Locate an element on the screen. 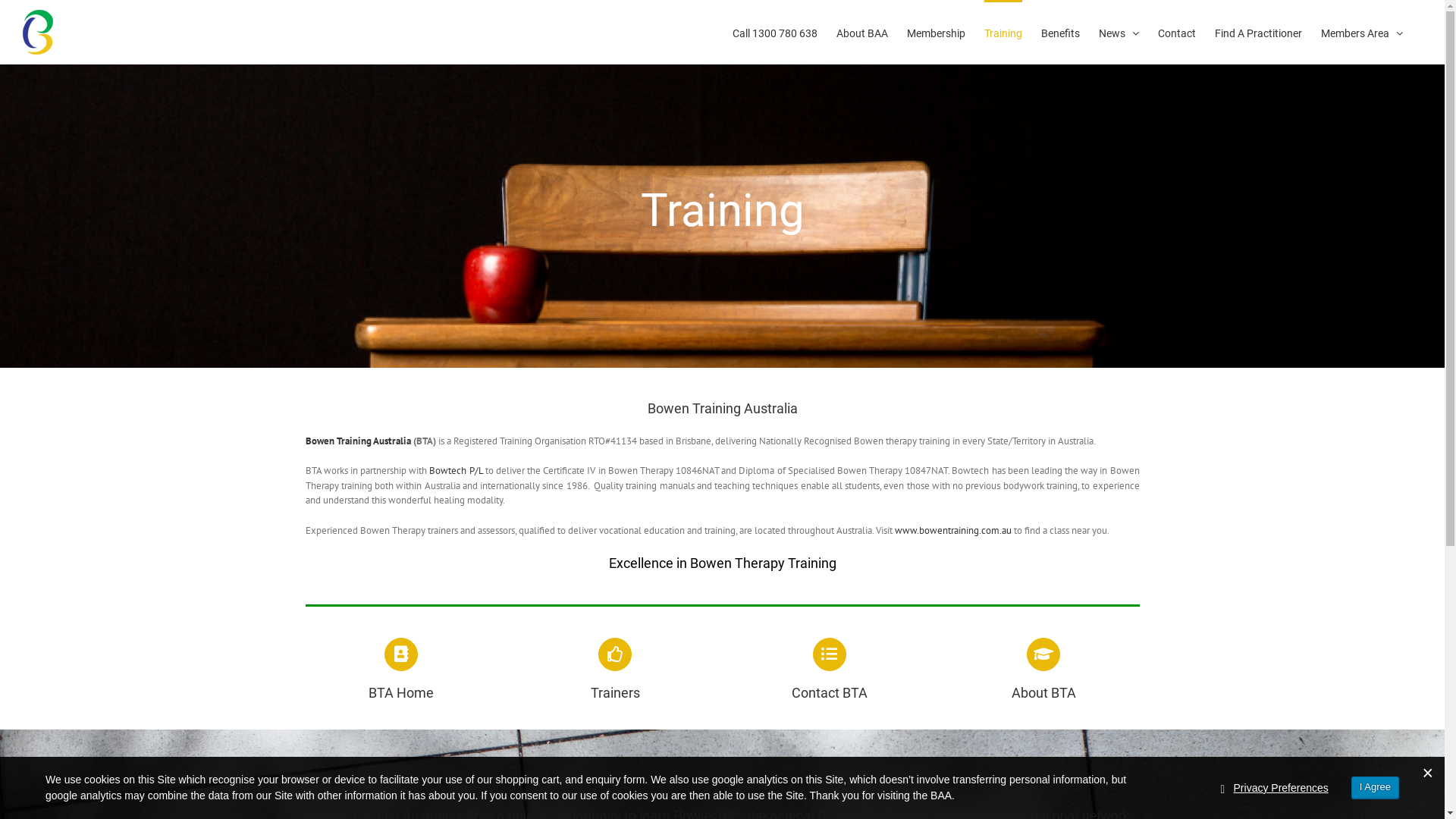 Image resolution: width=1456 pixels, height=819 pixels. 'BTA Home' is located at coordinates (400, 669).